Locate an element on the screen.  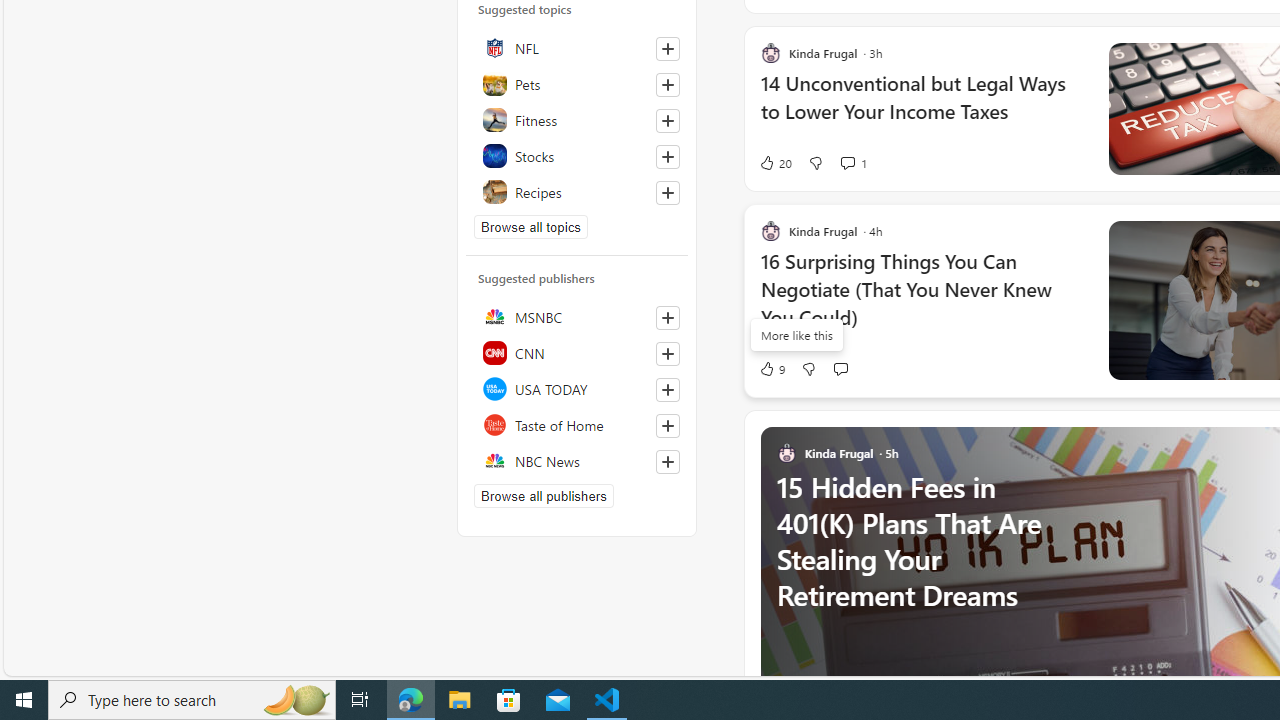
'Pets' is located at coordinates (576, 82).